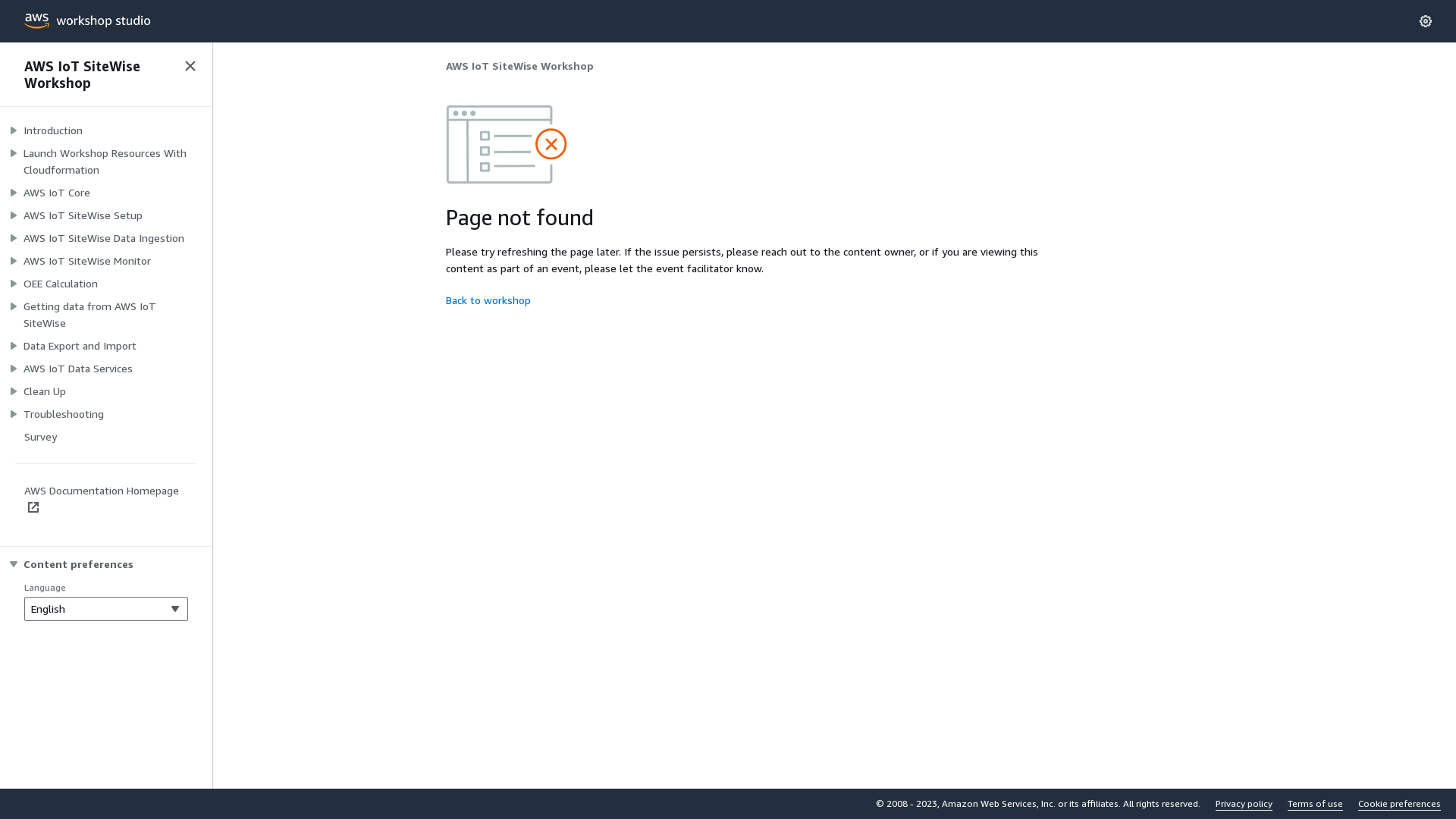  What do you see at coordinates (79, 345) in the screenshot?
I see `'Data Export and Import'` at bounding box center [79, 345].